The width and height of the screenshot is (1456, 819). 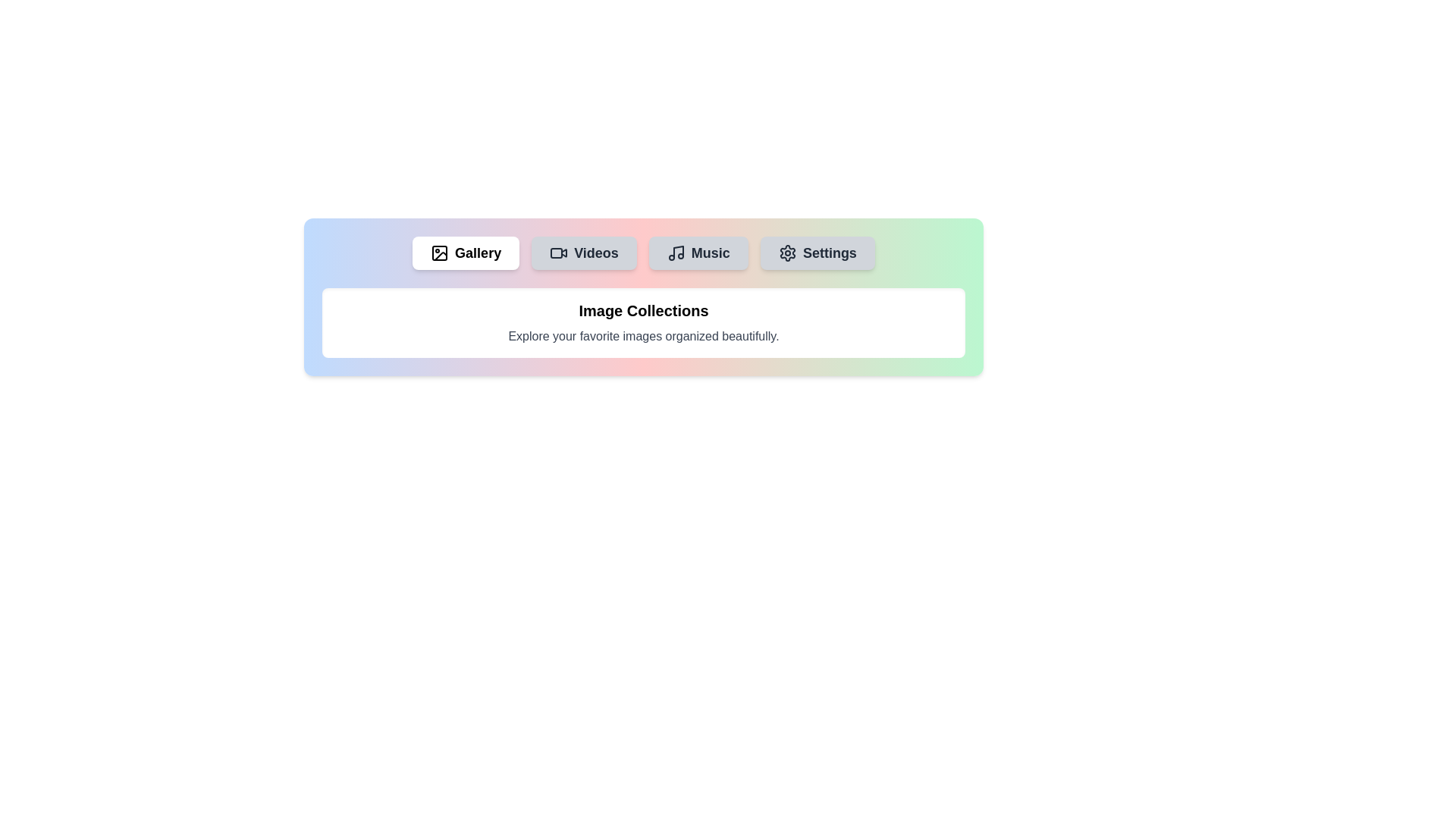 I want to click on the tab labeled Music, so click(x=698, y=253).